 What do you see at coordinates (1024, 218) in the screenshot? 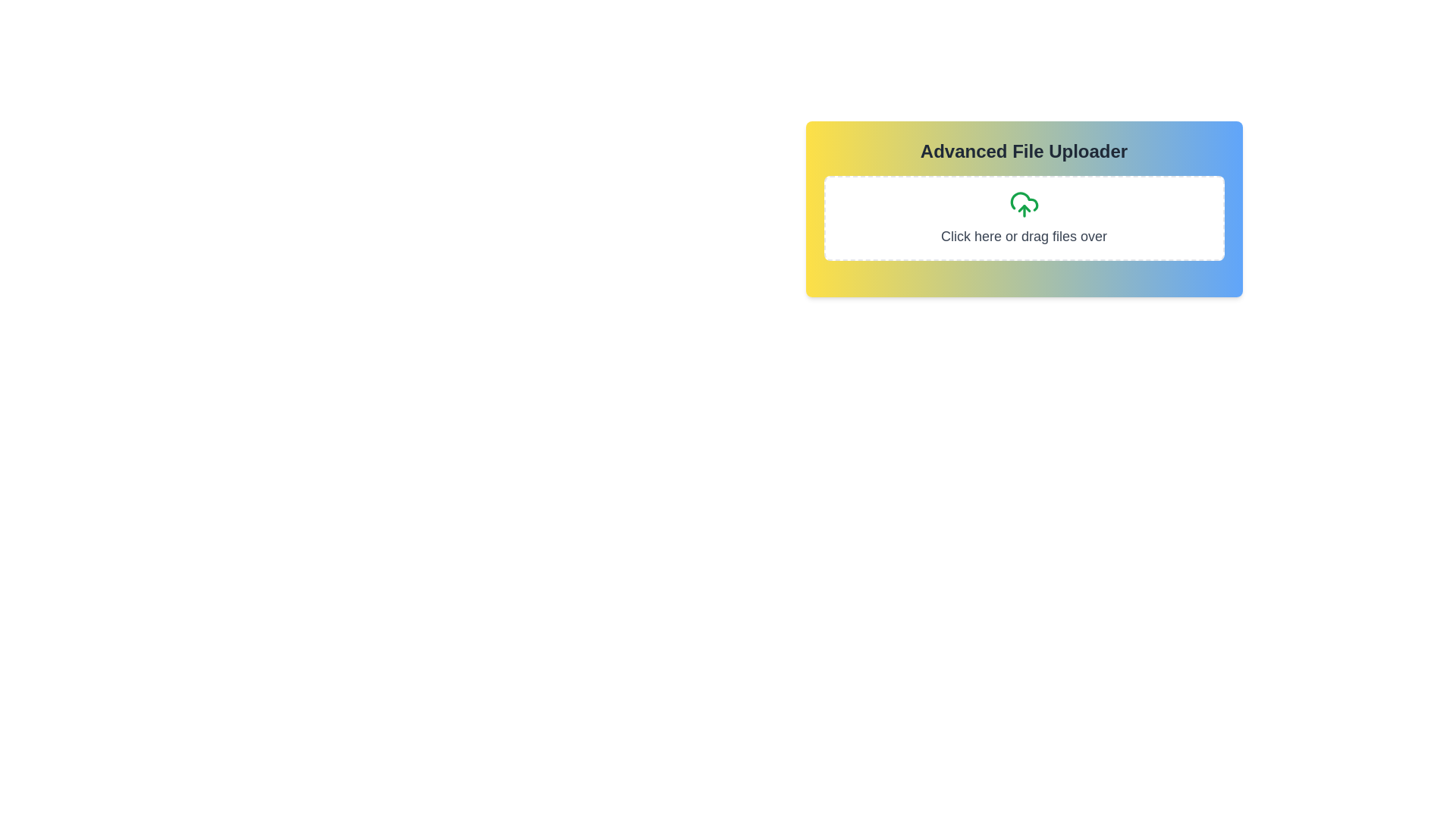
I see `the file uploader area located near the center of the 'Advanced File Uploader' panel, which is a bordered, rounded rectangle with dashed lines` at bounding box center [1024, 218].